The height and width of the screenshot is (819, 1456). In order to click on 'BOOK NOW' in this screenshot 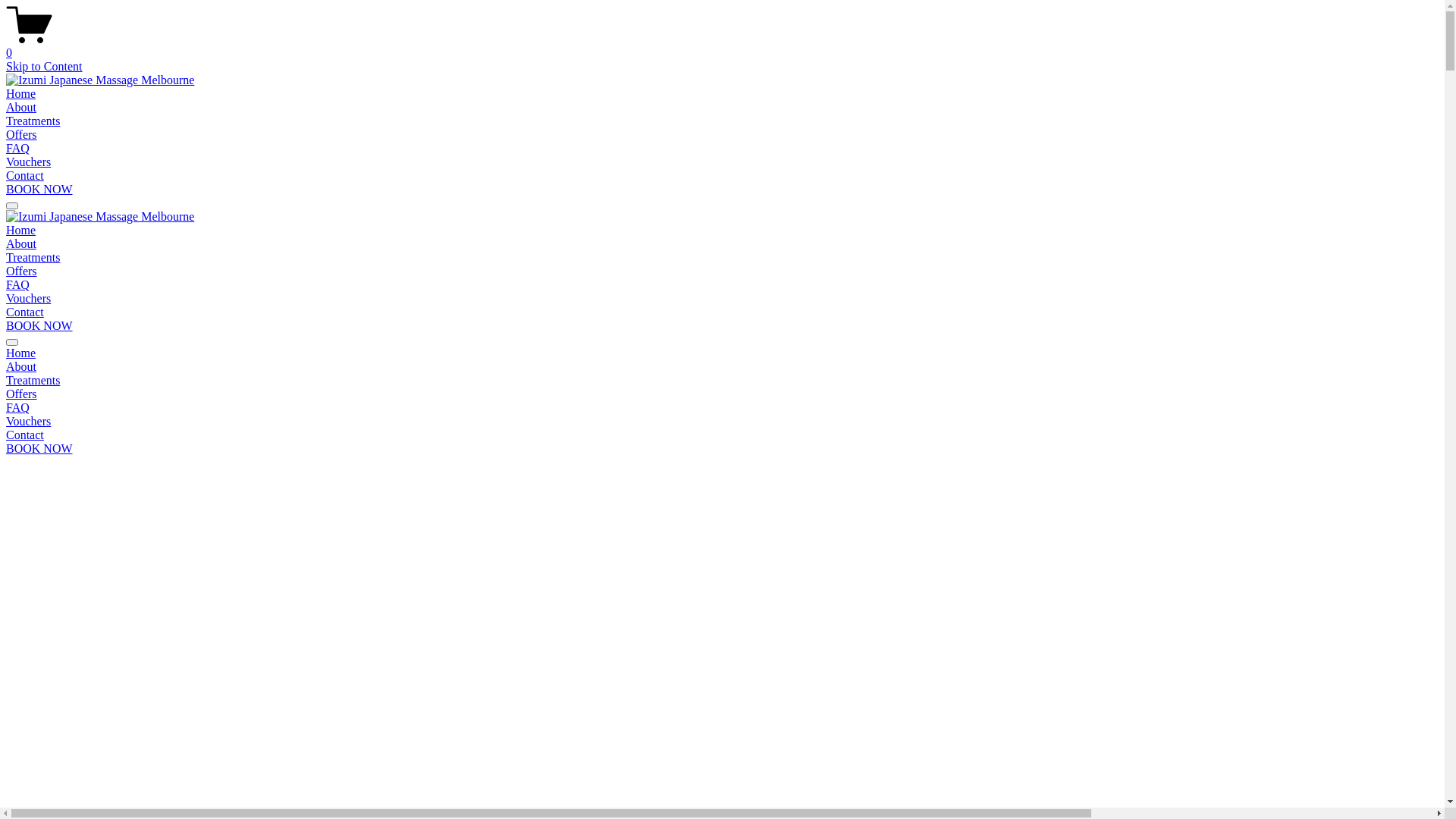, I will do `click(39, 447)`.